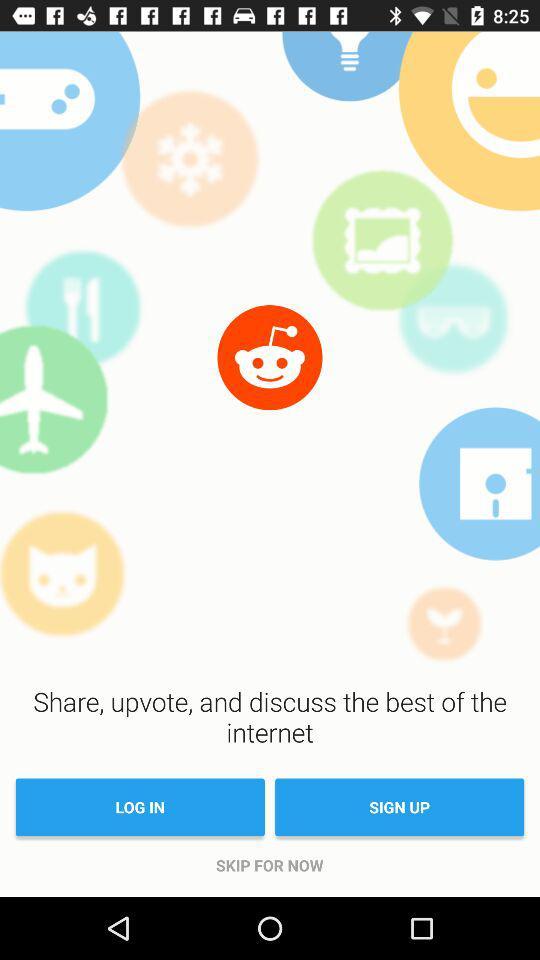 The width and height of the screenshot is (540, 960). What do you see at coordinates (269, 864) in the screenshot?
I see `item below the log in item` at bounding box center [269, 864].